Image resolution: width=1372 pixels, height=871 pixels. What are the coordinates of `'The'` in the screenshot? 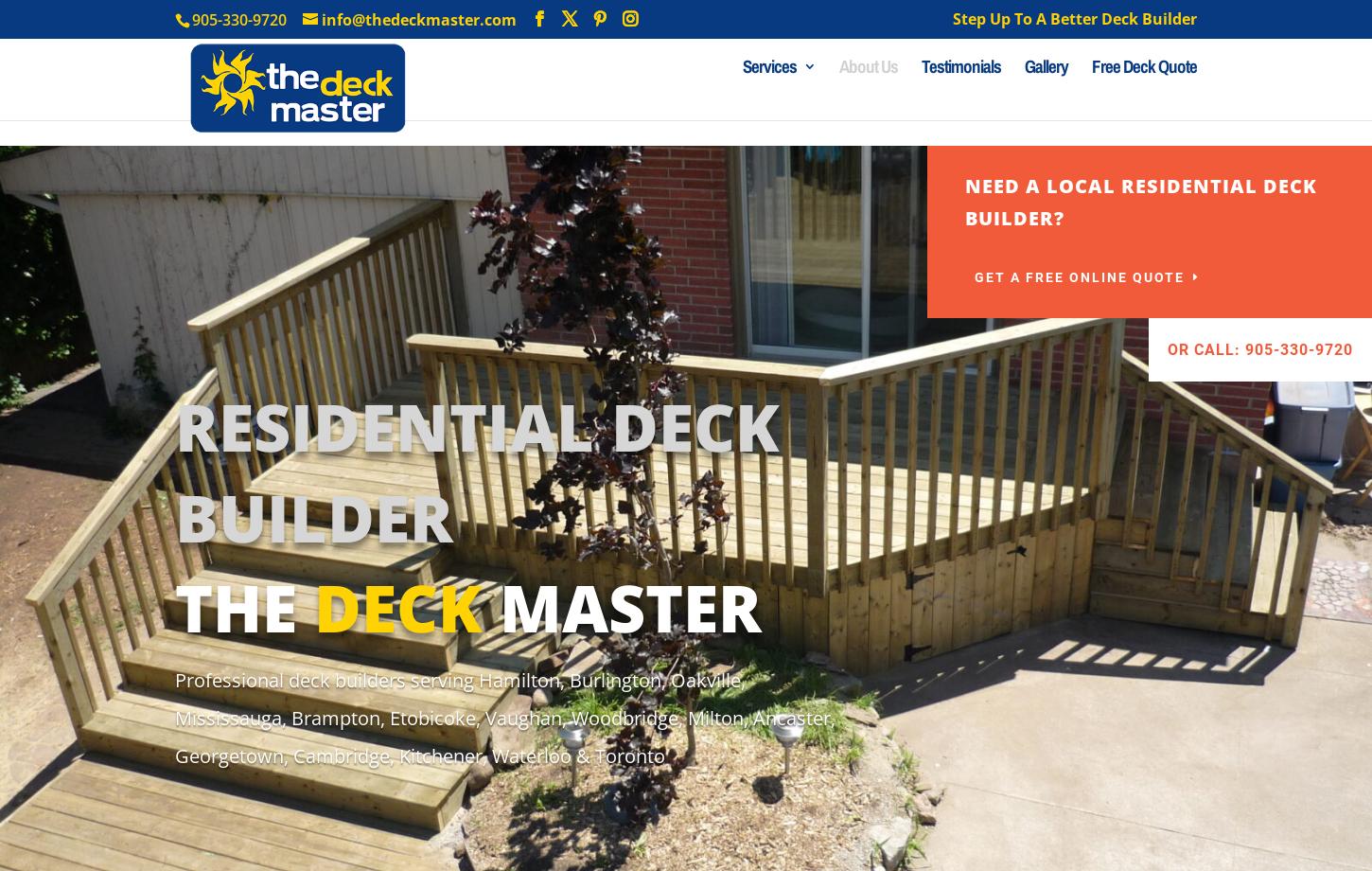 It's located at (244, 605).